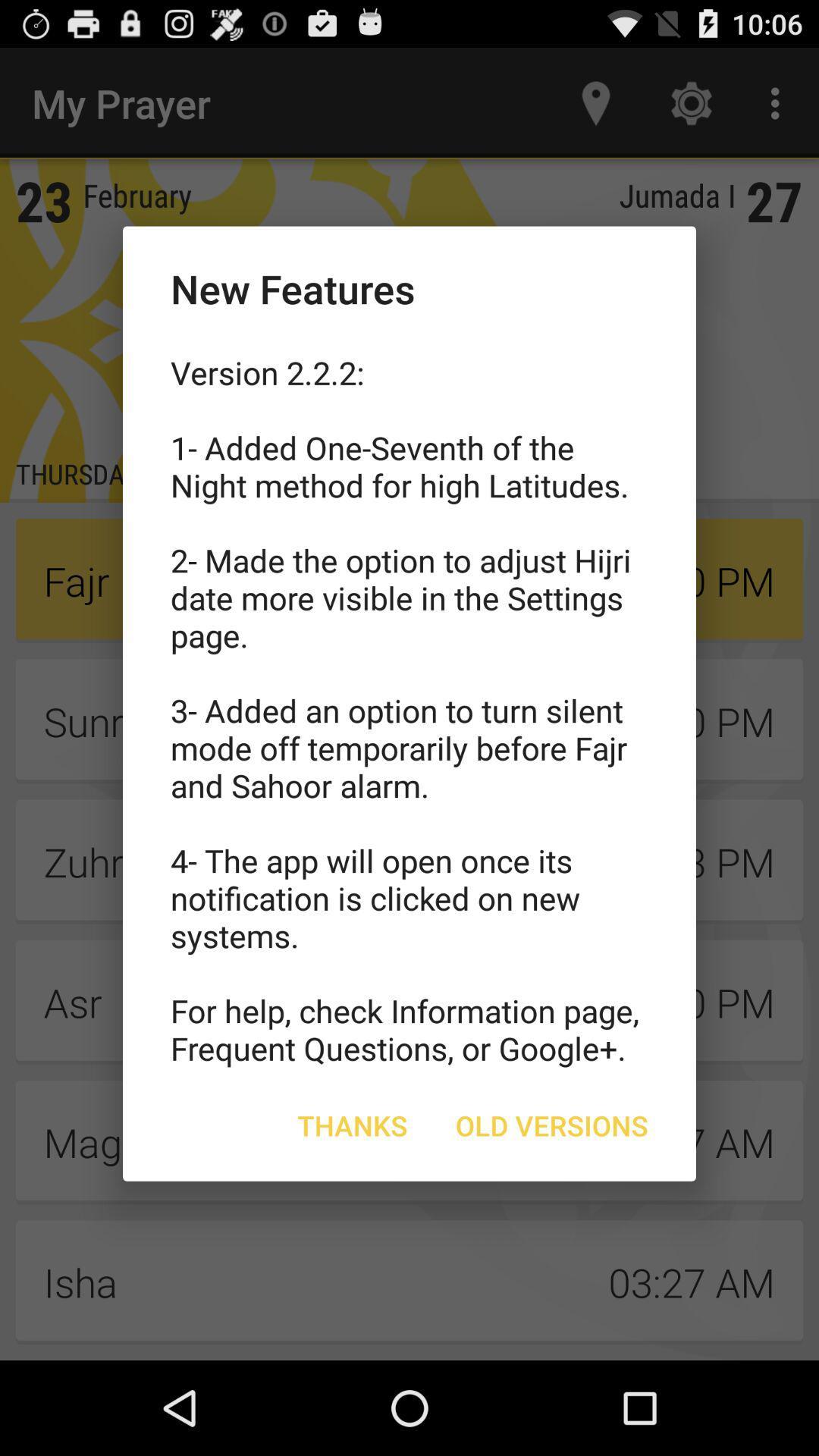 The width and height of the screenshot is (819, 1456). What do you see at coordinates (353, 1125) in the screenshot?
I see `the thanks item` at bounding box center [353, 1125].